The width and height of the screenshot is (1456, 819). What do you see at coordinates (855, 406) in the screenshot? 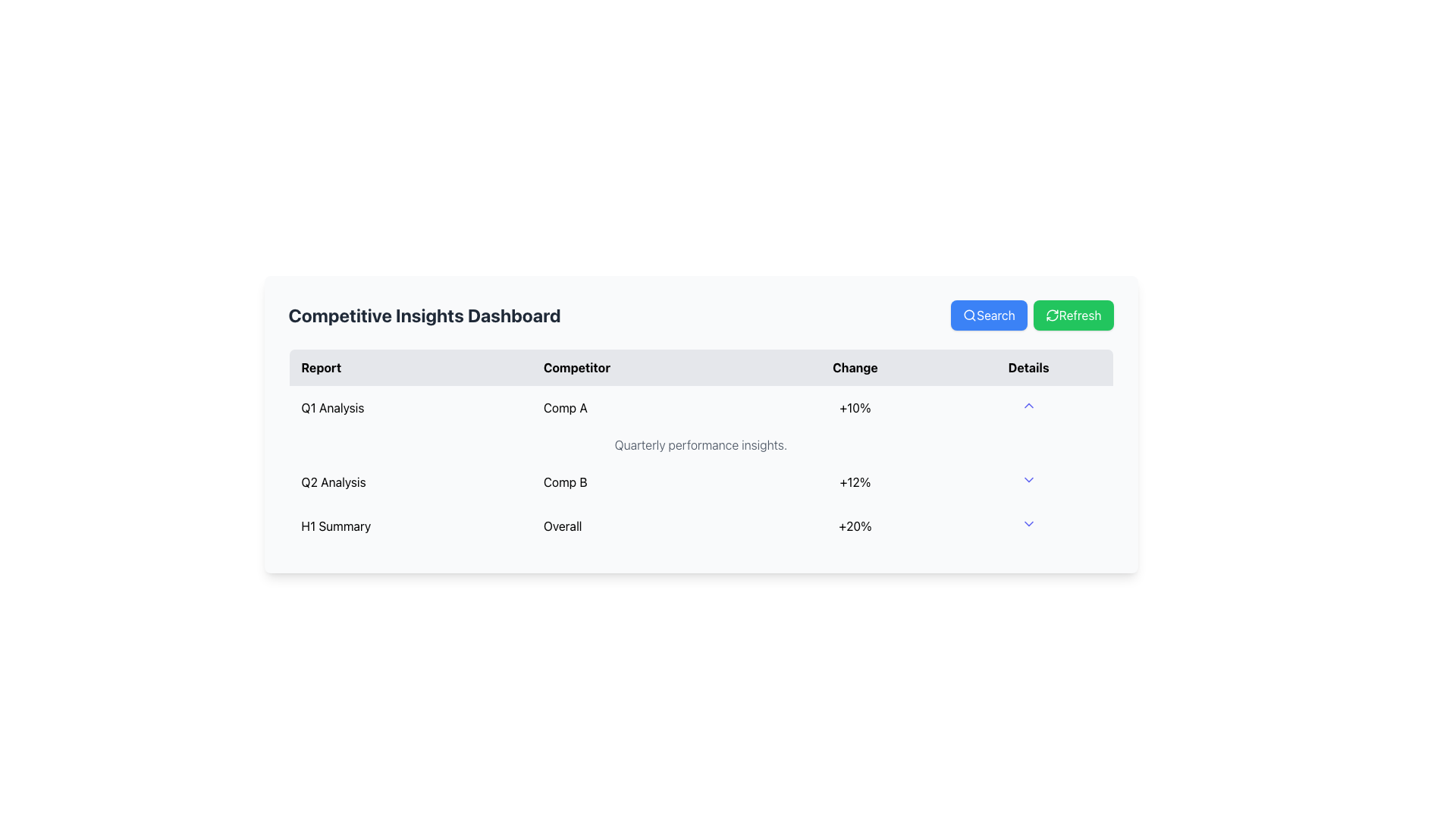
I see `the text label displaying the percentage increase for 'Comp A' in the 'Q1 Analysis' table, located in the second row of the third column` at bounding box center [855, 406].